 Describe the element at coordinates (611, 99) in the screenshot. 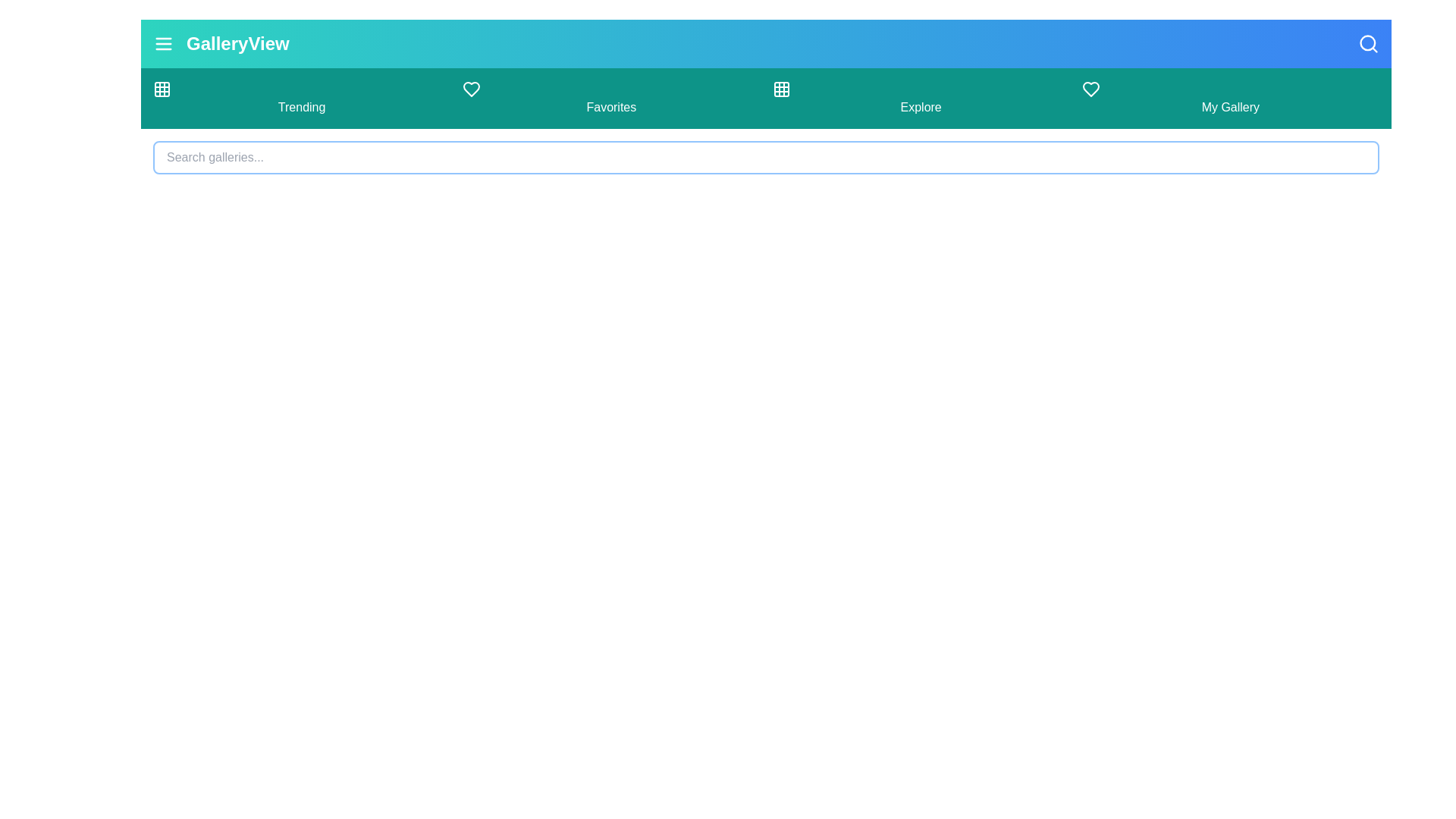

I see `the menu item labeled Favorites in the navigation drawer` at that location.